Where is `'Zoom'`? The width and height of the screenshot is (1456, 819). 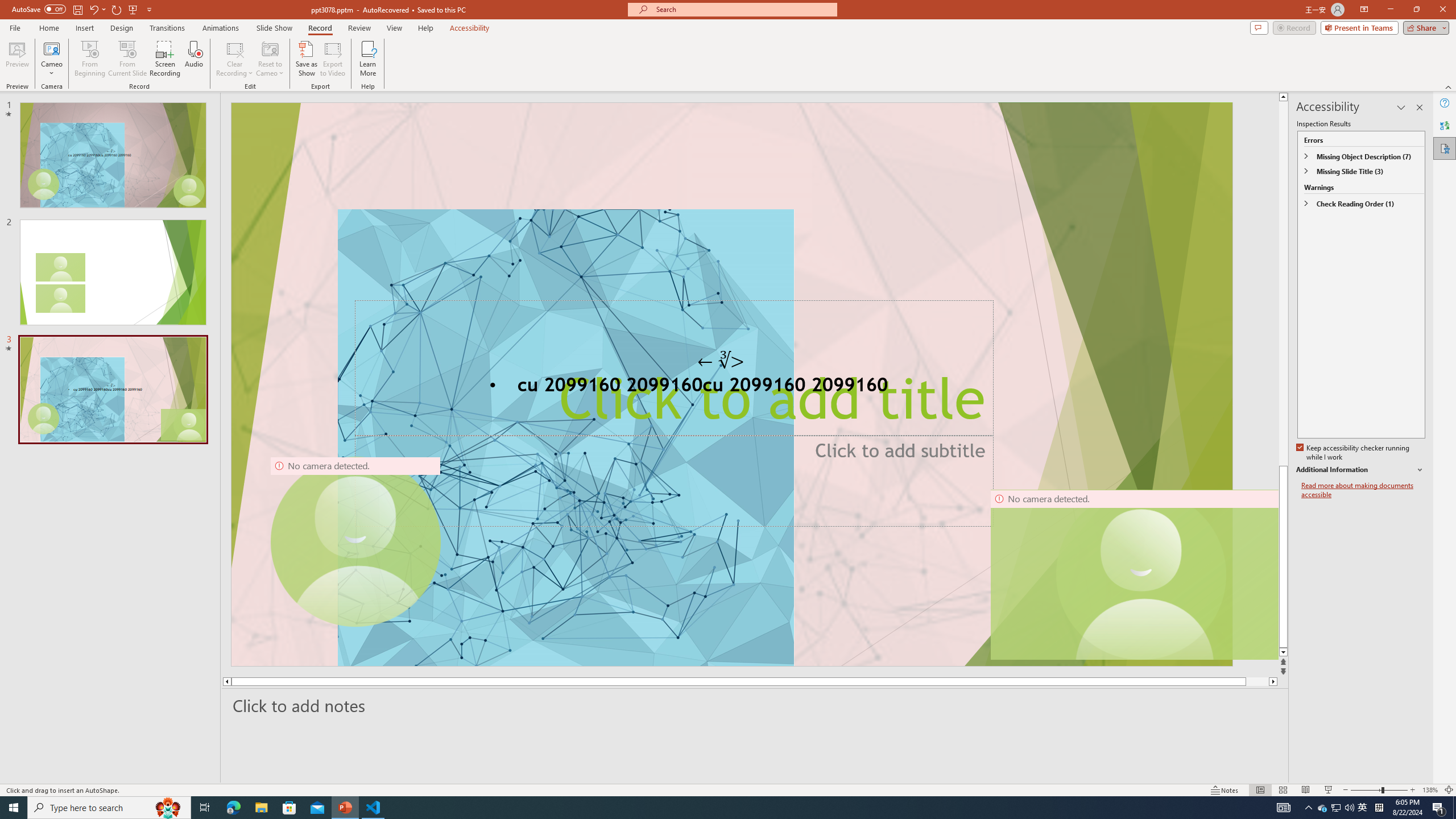
'Zoom' is located at coordinates (1379, 790).